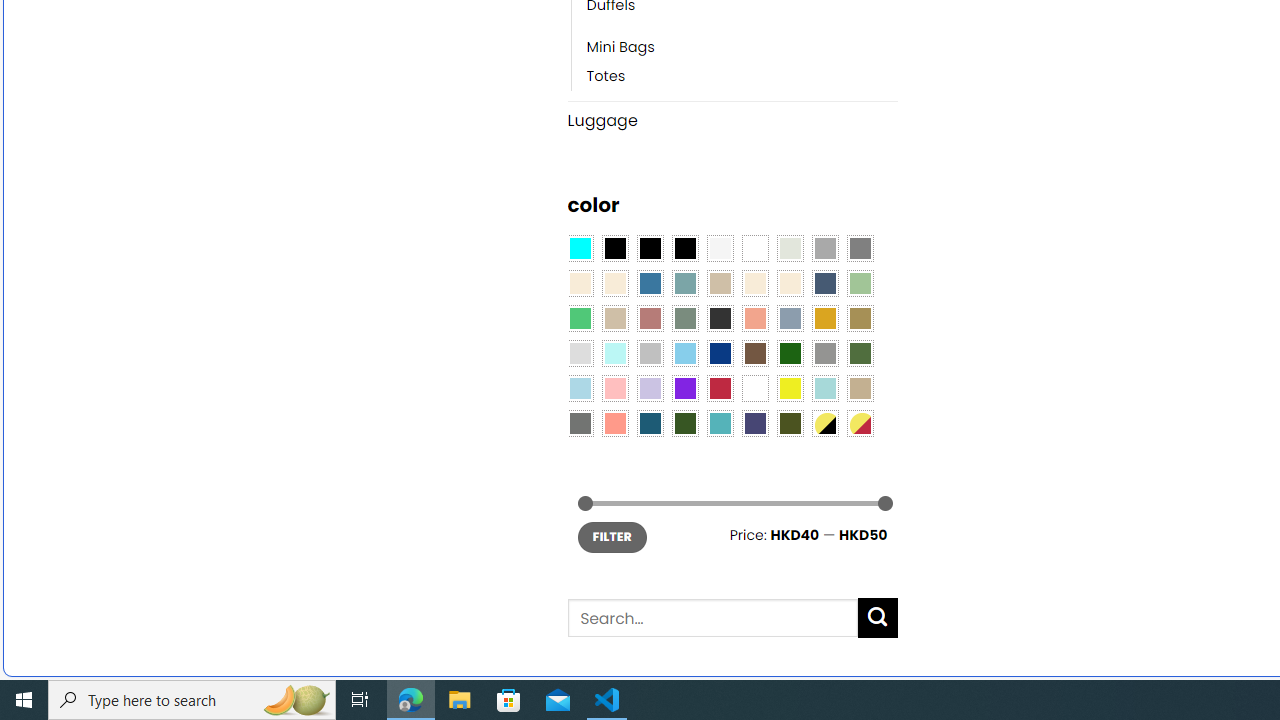 This screenshot has height=720, width=1280. I want to click on 'Blue', so click(650, 283).